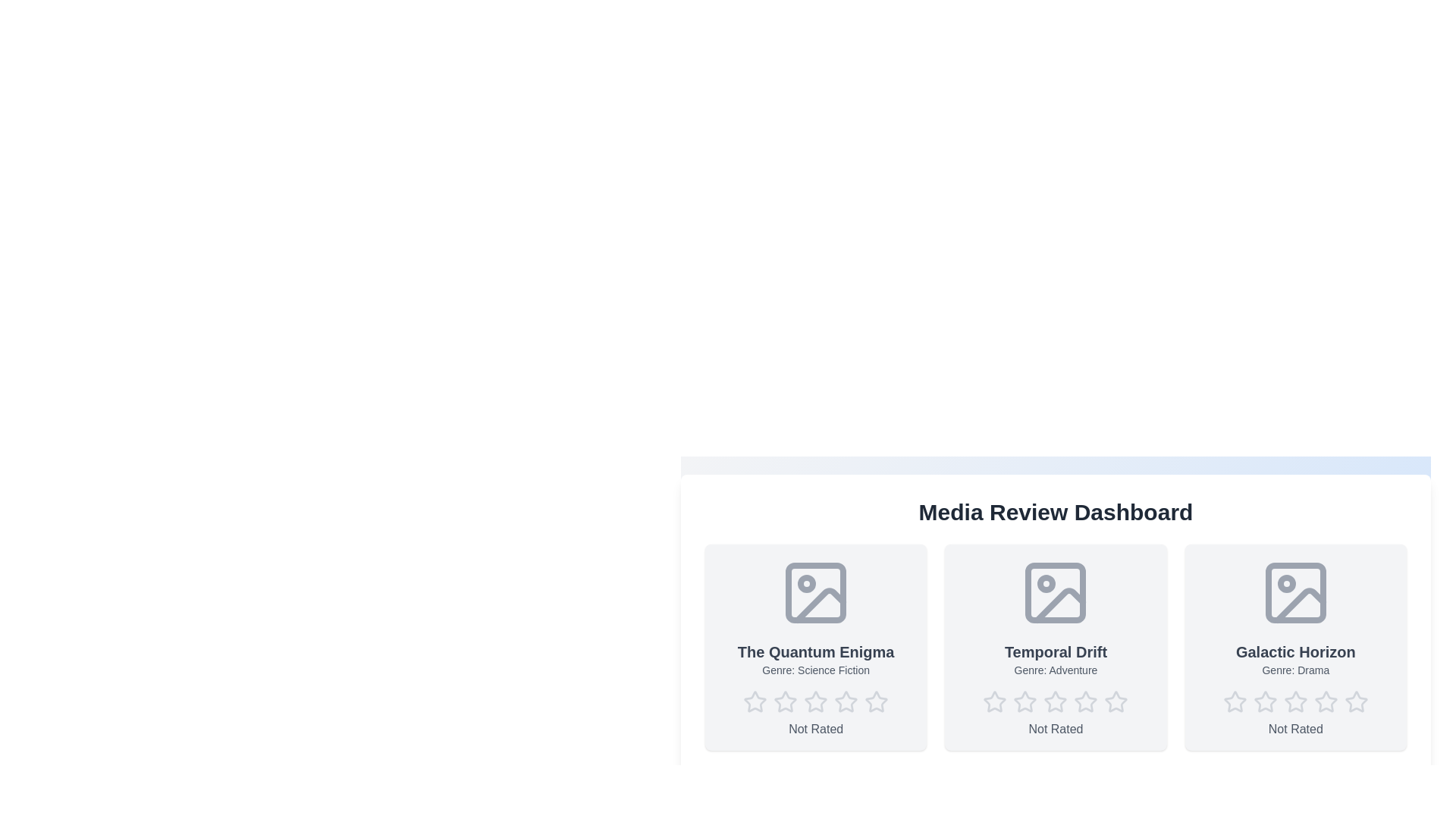 The image size is (1456, 819). Describe the element at coordinates (1265, 701) in the screenshot. I see `the star corresponding to the desired rating 2 for the media item Galactic Horizon` at that location.